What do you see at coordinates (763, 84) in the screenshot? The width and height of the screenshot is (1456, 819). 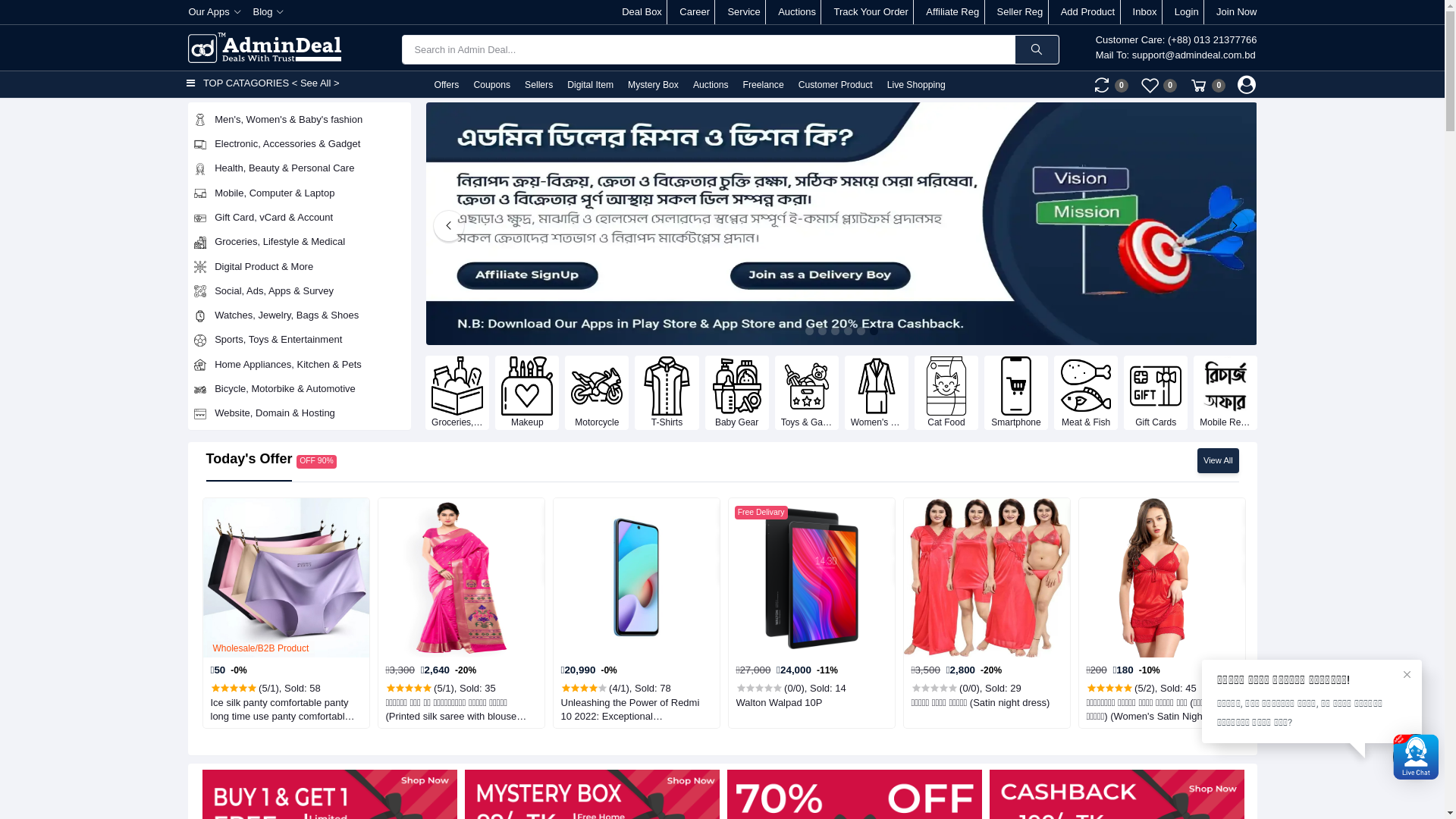 I see `'Freelance'` at bounding box center [763, 84].